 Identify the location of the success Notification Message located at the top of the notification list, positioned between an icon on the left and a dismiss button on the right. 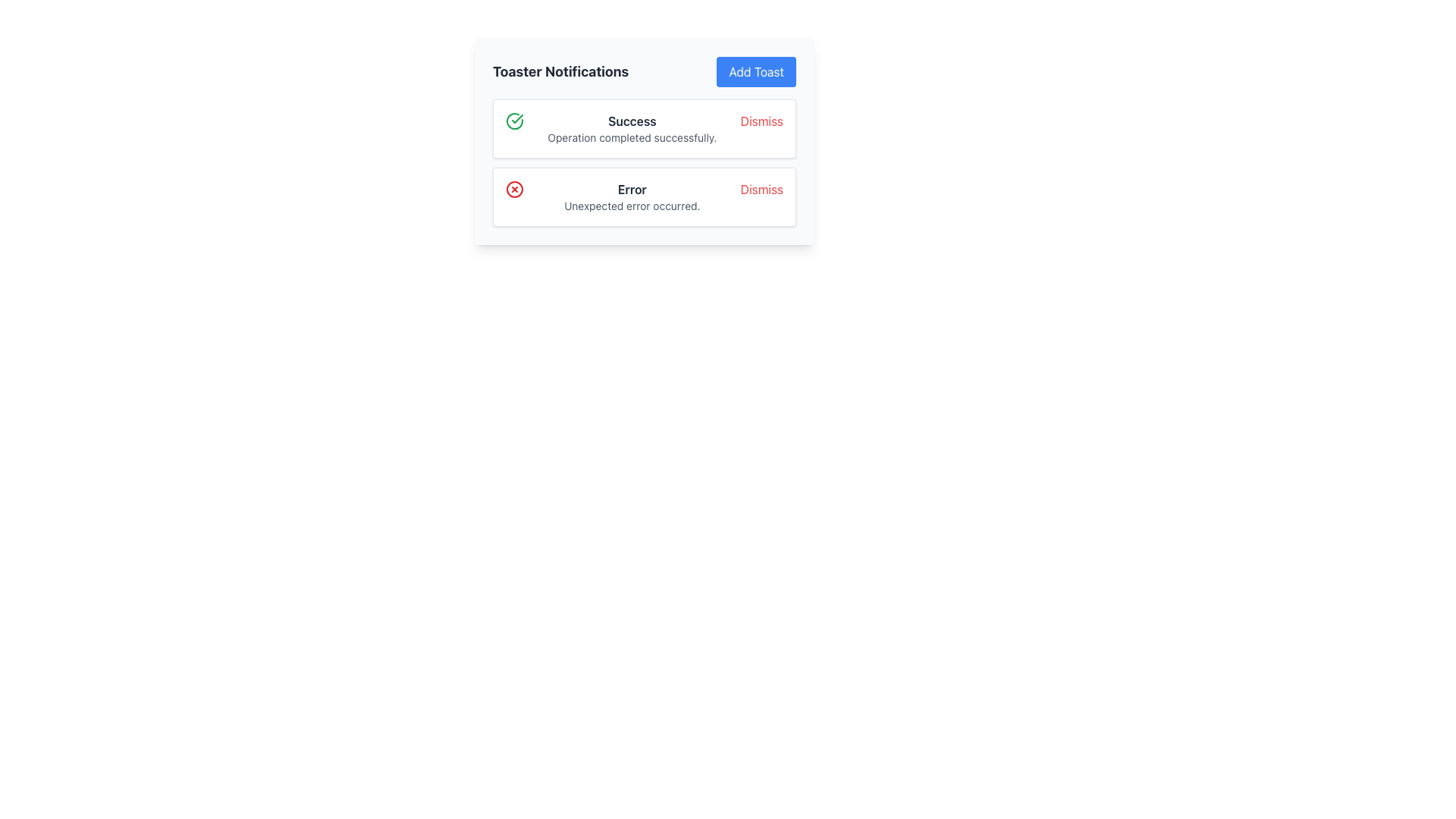
(632, 127).